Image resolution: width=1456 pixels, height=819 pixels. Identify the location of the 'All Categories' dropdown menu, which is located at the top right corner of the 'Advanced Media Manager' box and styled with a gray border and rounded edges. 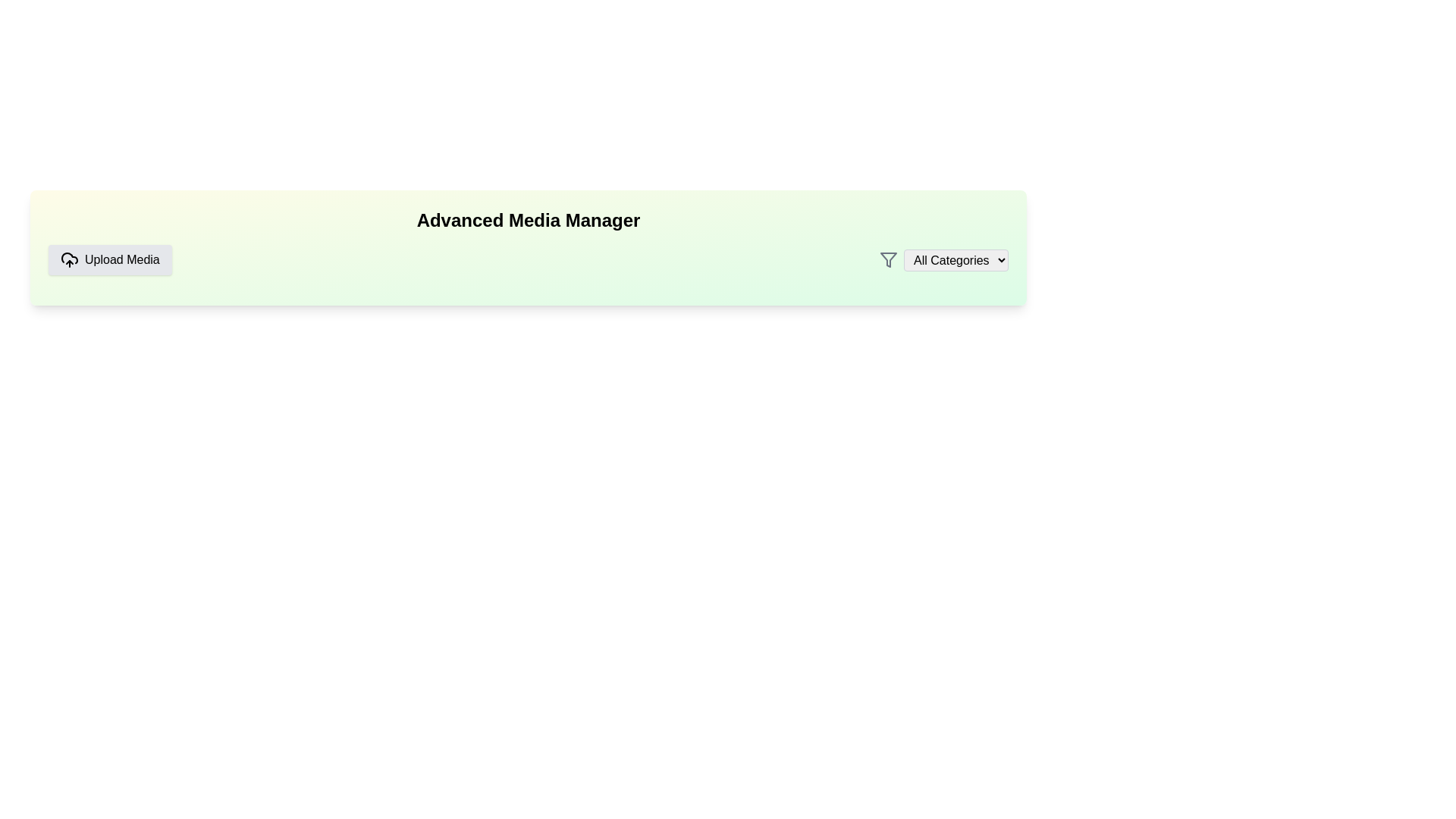
(943, 259).